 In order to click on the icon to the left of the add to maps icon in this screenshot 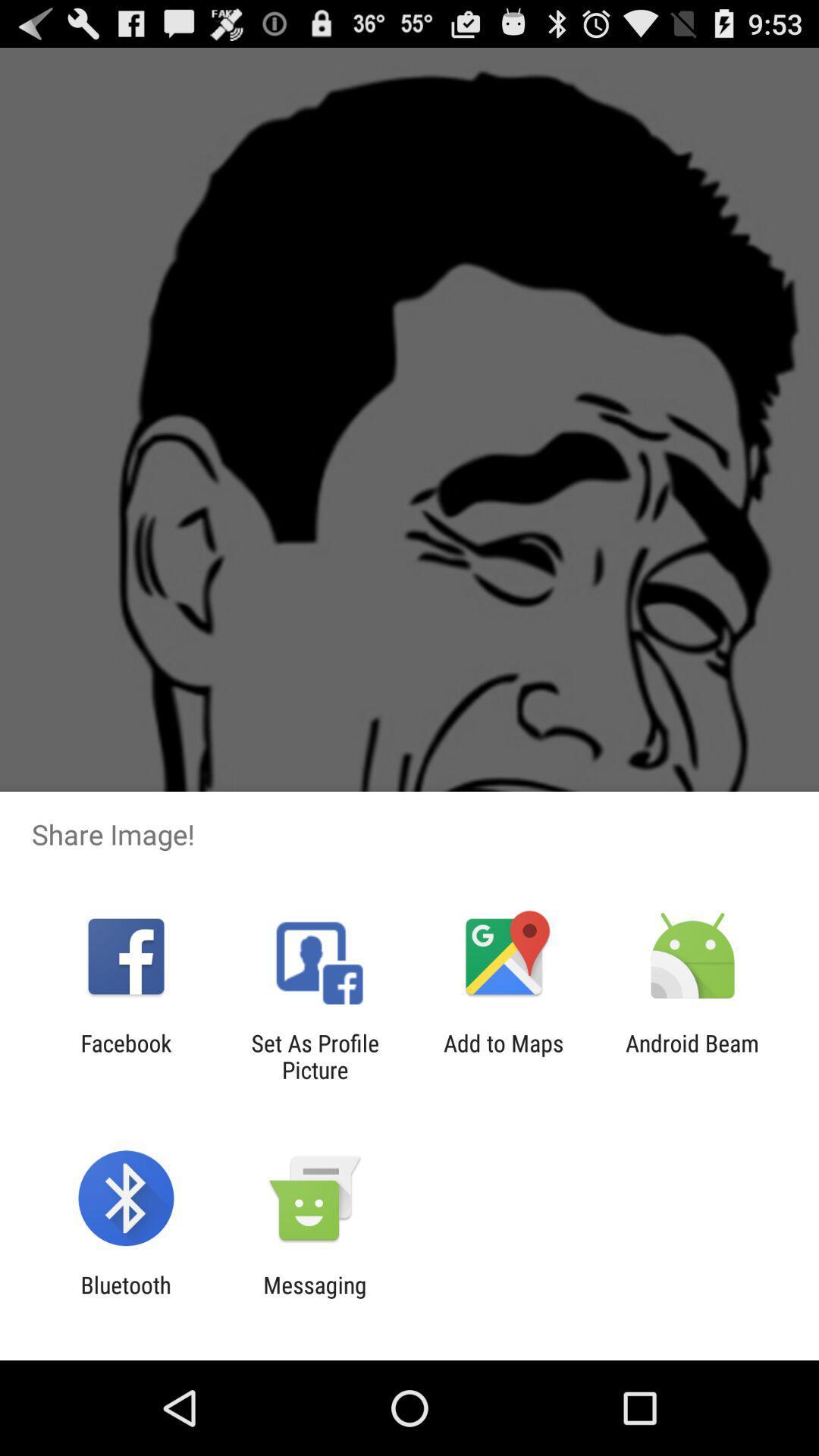, I will do `click(314, 1056)`.